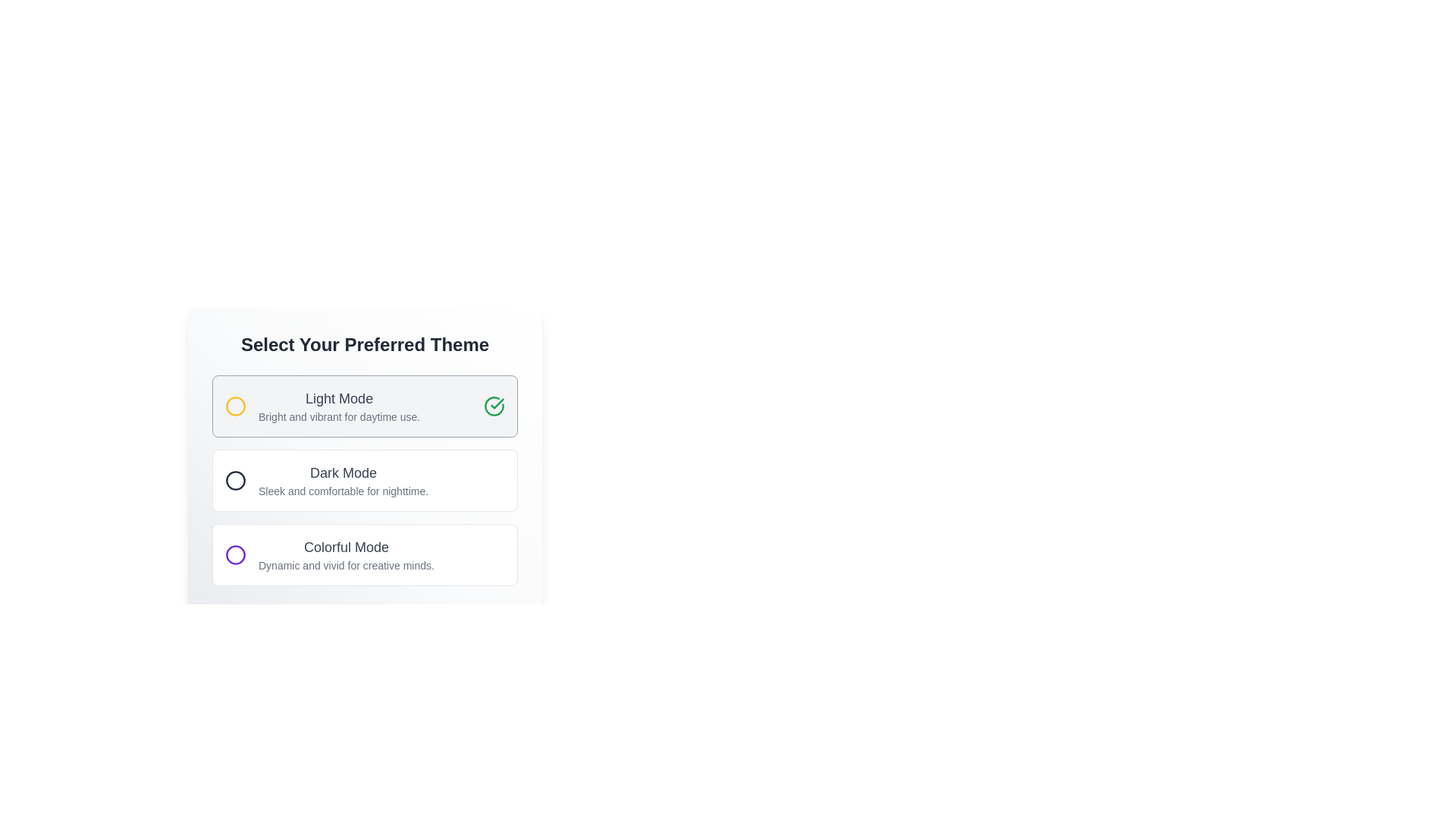  Describe the element at coordinates (345, 565) in the screenshot. I see `the descriptive text 'Dynamic and vivid for creative minds.' which is styled in a smaller gray font, located within the third card of the theme selection interface, below the title 'Colorful Mode.'` at that location.